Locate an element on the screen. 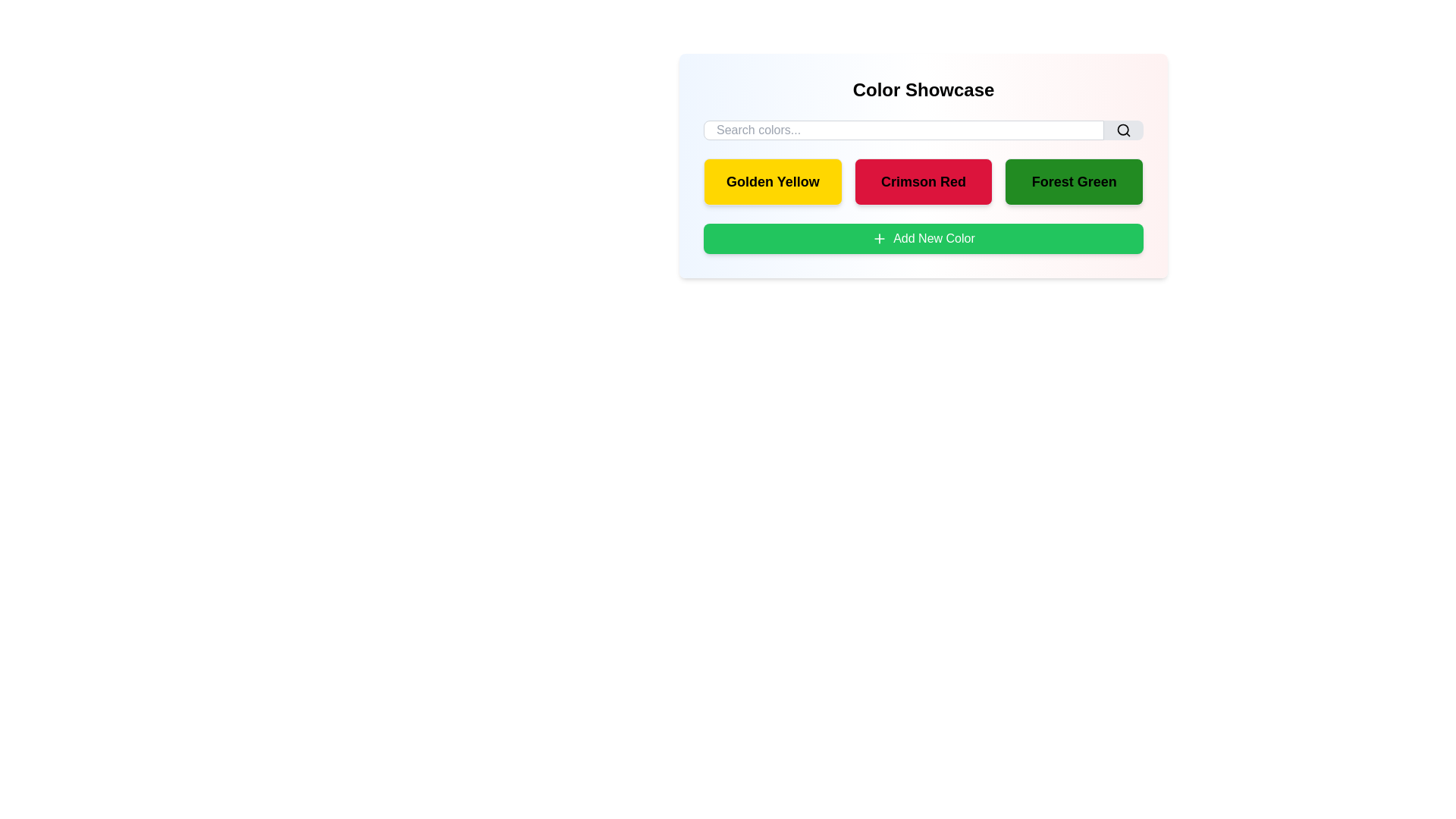 The width and height of the screenshot is (1456, 819). the 'Golden Yellow' button, which is a rectangular button with a rounded border and a yellow background, located in the upper section of the interface is located at coordinates (773, 180).